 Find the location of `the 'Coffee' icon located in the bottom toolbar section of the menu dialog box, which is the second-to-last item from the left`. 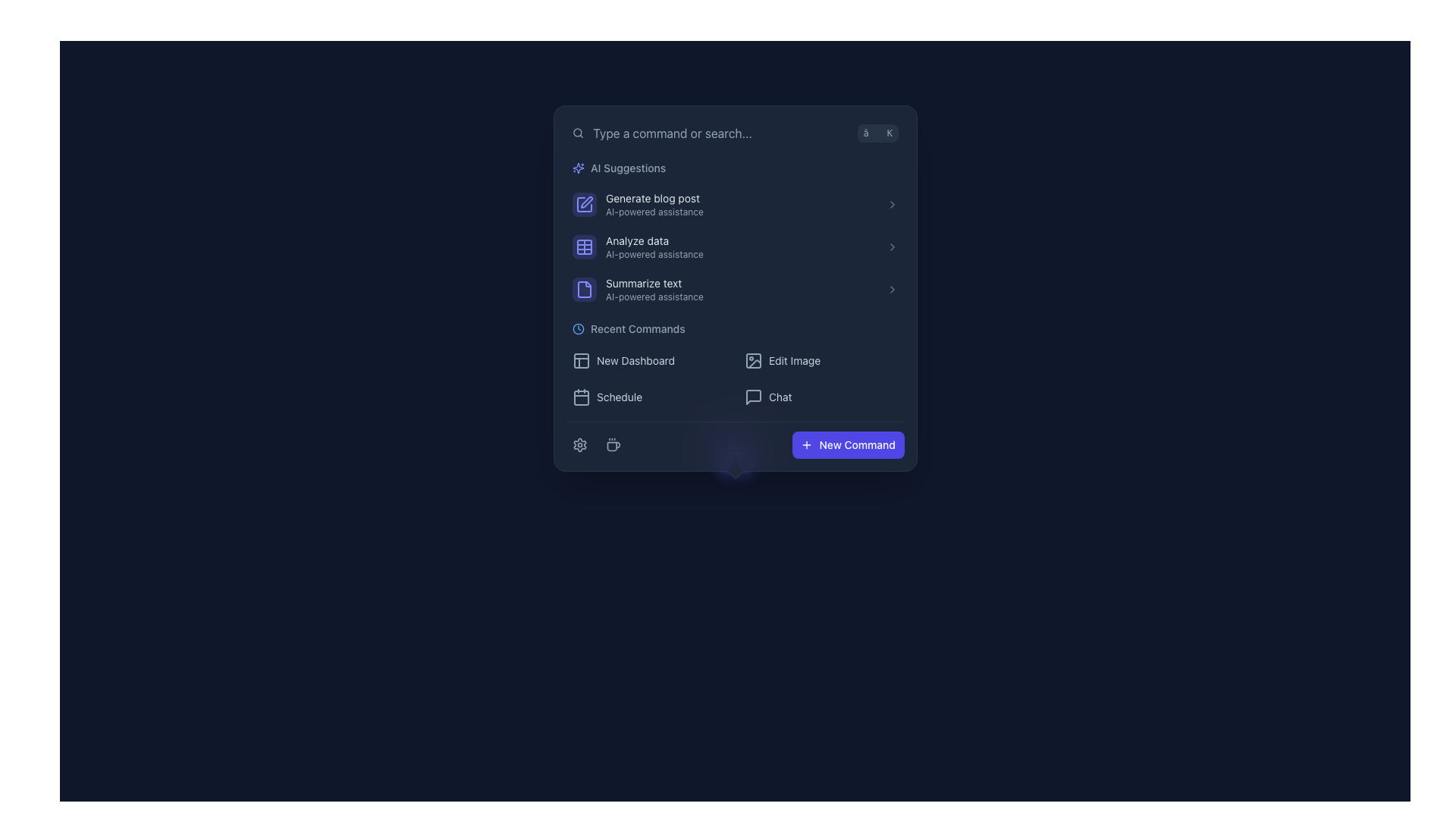

the 'Coffee' icon located in the bottom toolbar section of the menu dialog box, which is the second-to-last item from the left is located at coordinates (613, 444).